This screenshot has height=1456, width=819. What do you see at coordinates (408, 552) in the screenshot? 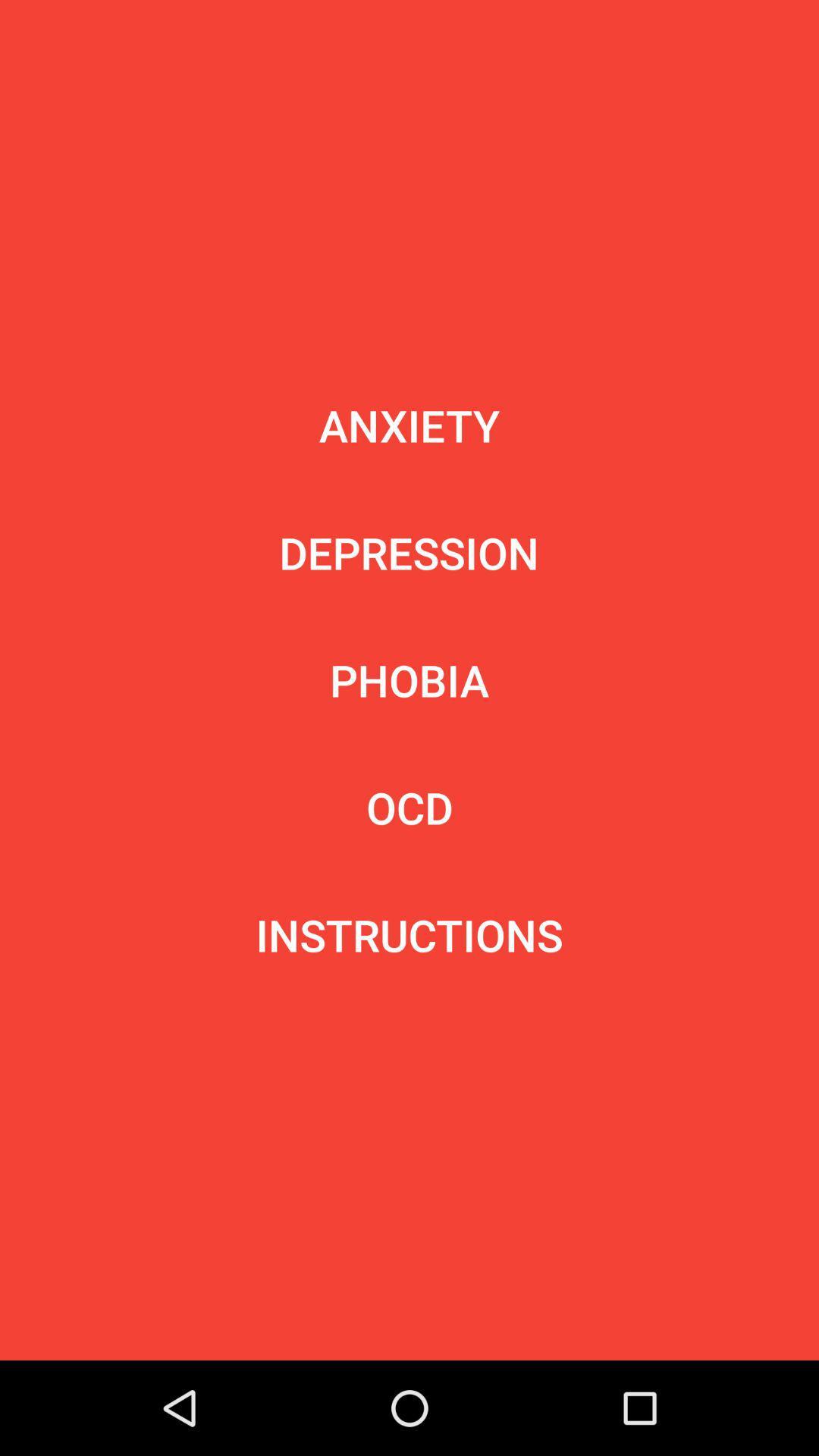
I see `depression icon` at bounding box center [408, 552].